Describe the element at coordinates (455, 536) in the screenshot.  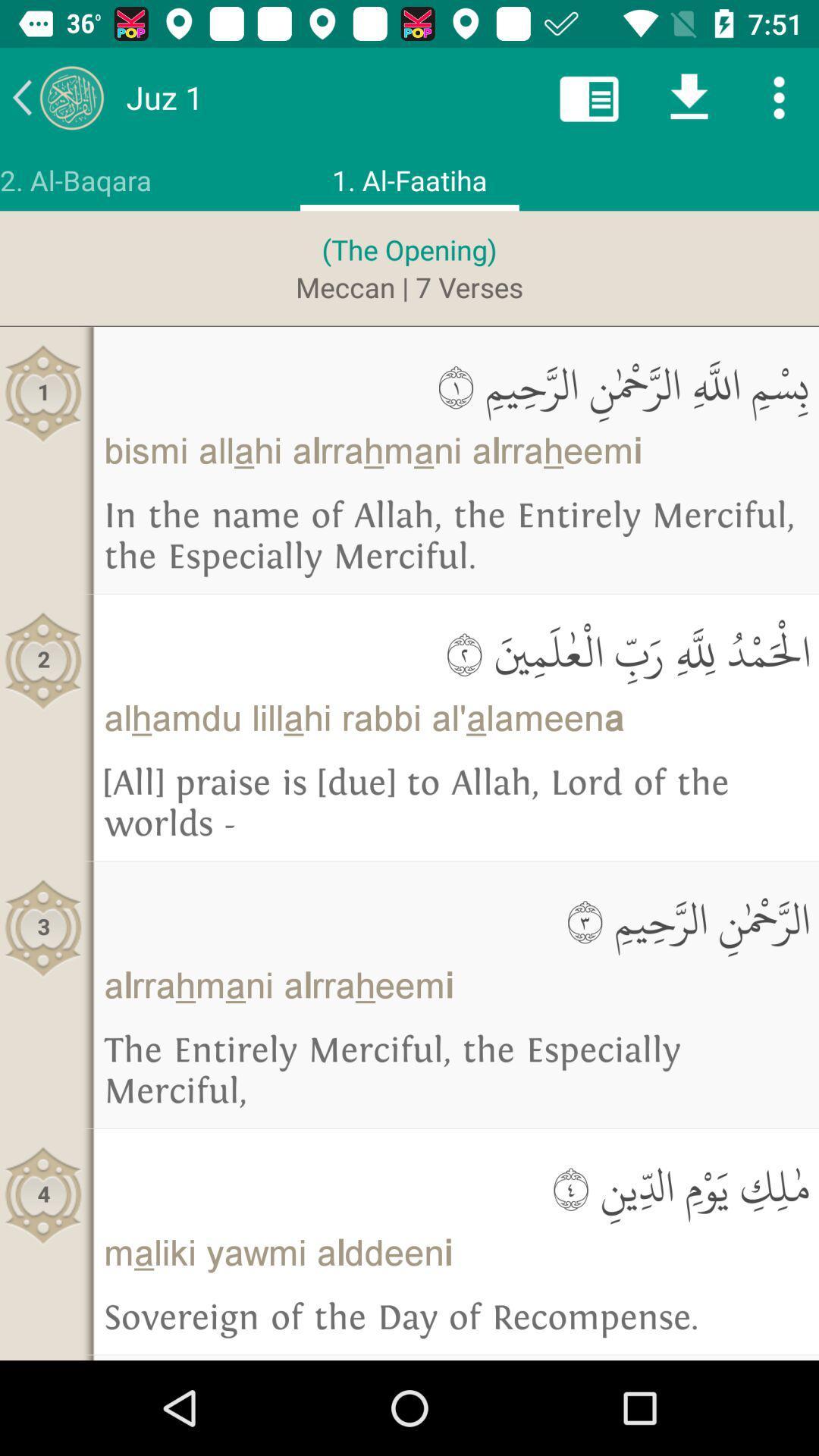
I see `in the name icon` at that location.